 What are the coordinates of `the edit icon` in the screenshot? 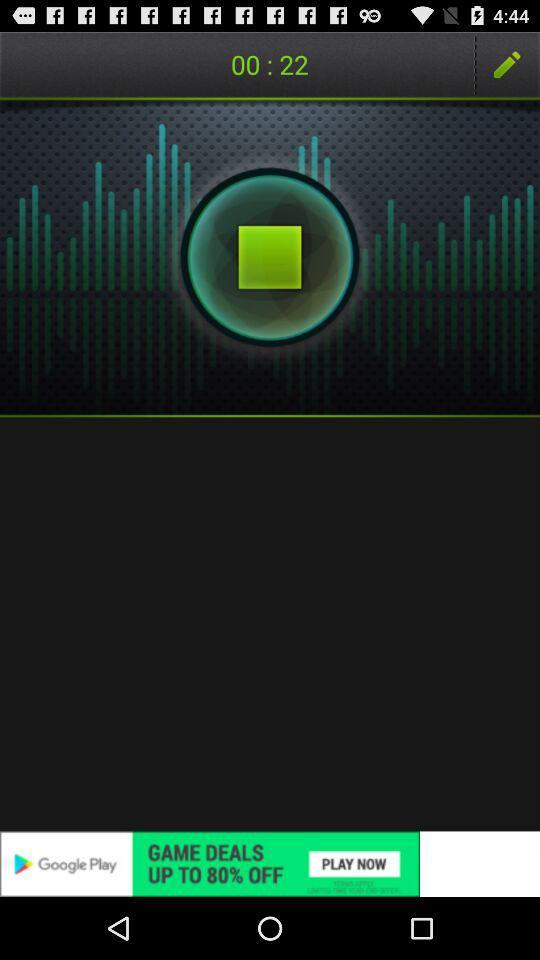 It's located at (507, 68).